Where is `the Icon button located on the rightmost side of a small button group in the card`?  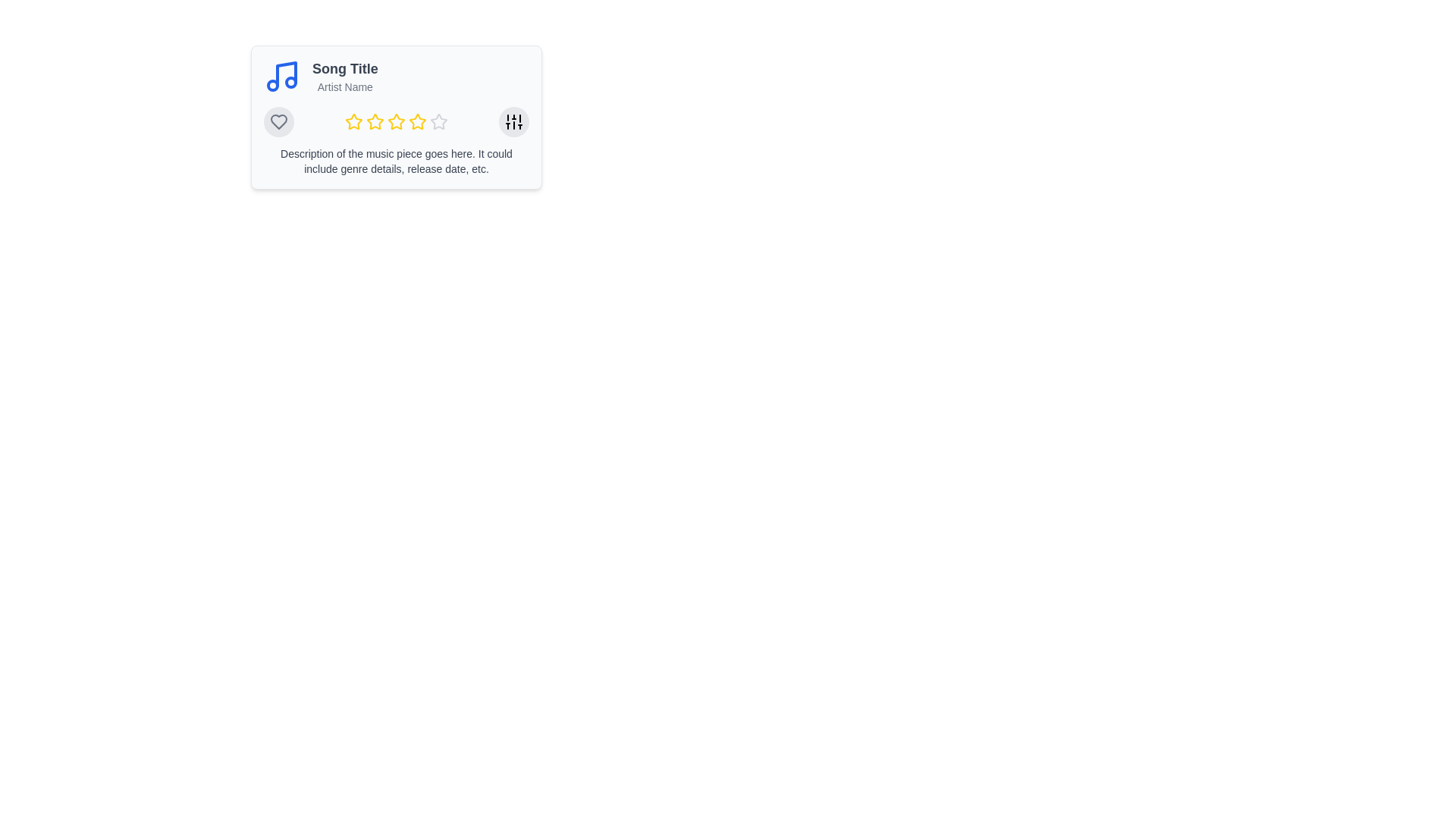
the Icon button located on the rightmost side of a small button group in the card is located at coordinates (513, 121).